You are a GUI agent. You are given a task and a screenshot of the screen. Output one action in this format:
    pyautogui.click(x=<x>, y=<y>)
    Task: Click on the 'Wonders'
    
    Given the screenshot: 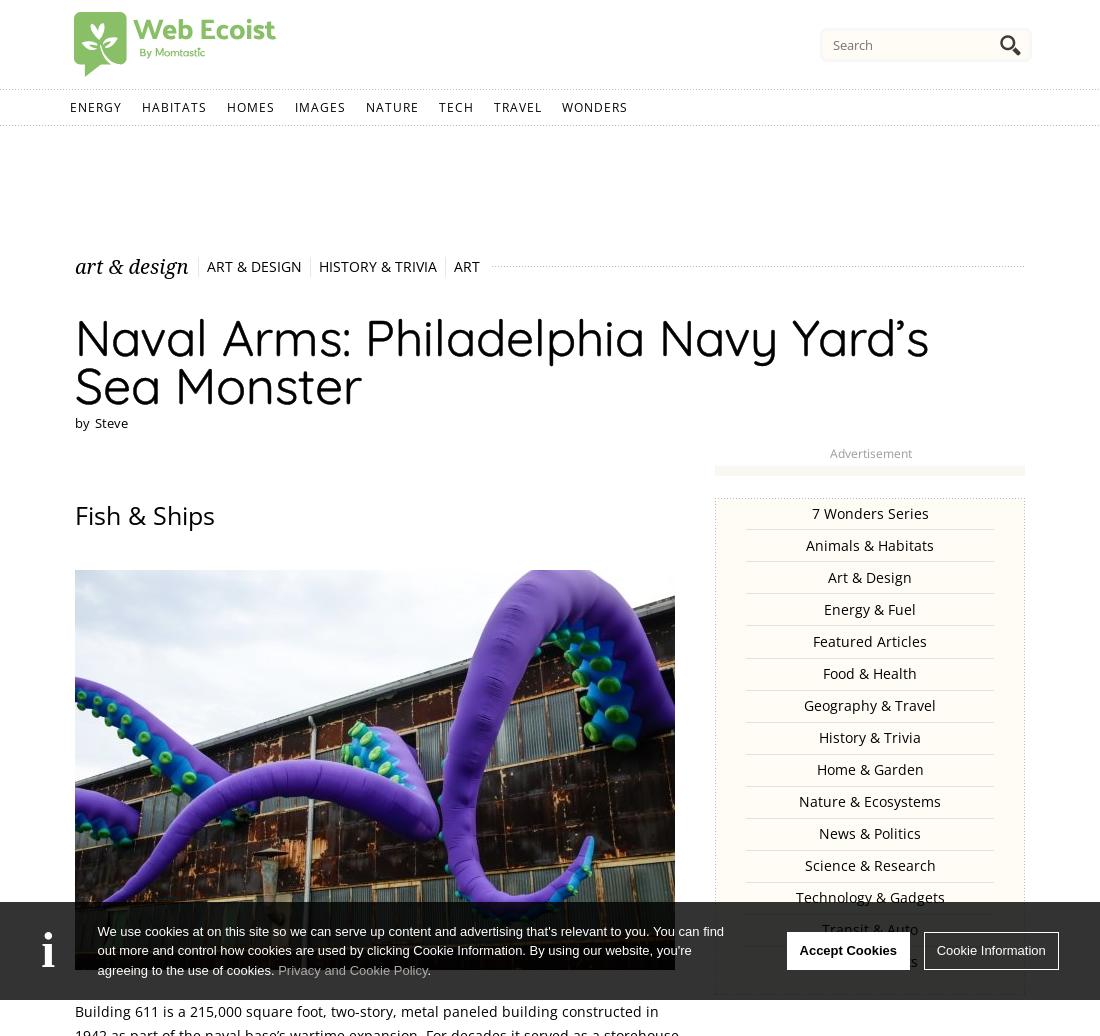 What is the action you would take?
    pyautogui.click(x=593, y=107)
    